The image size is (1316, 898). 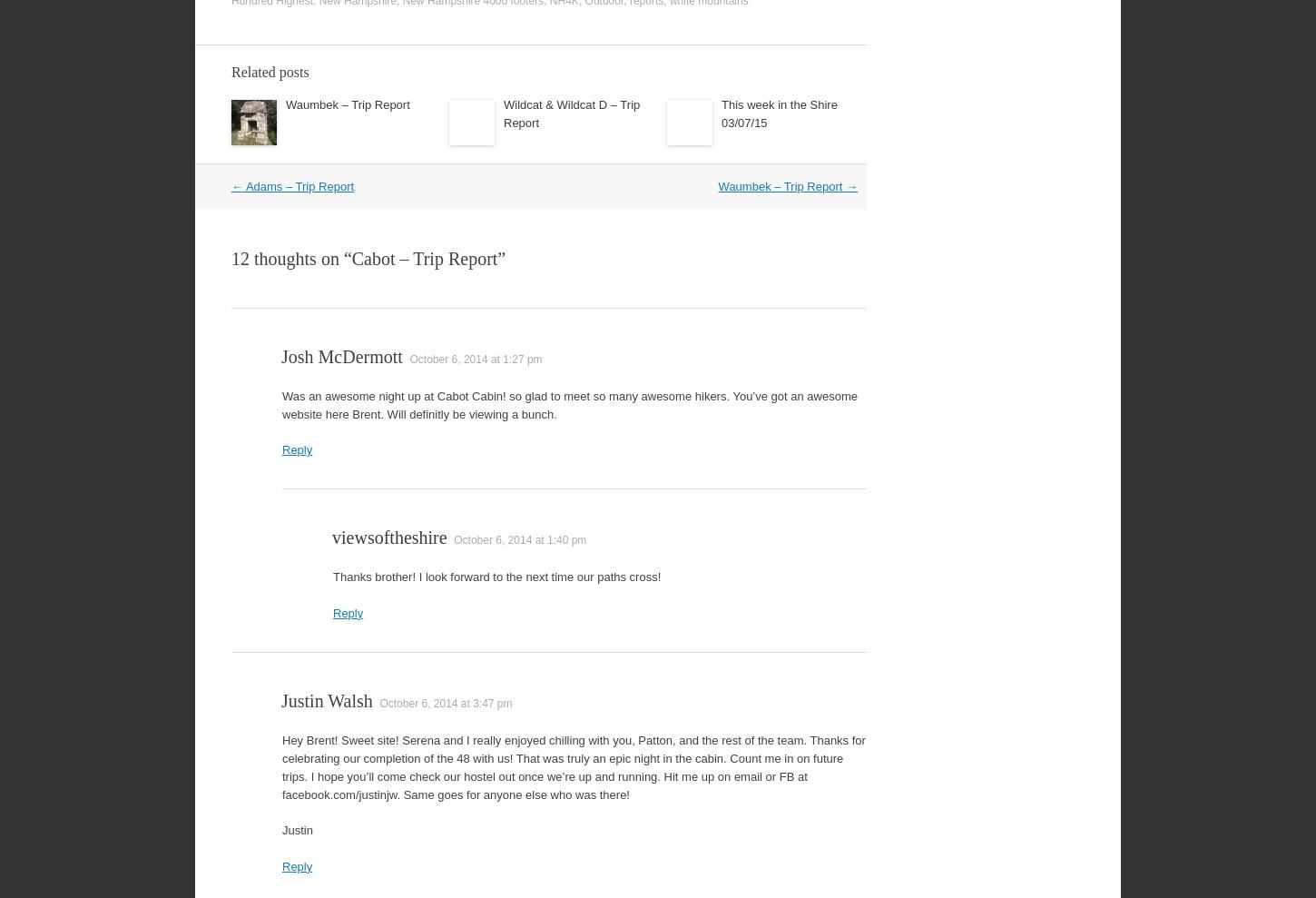 I want to click on 'This week in the Shire 03/07/15', so click(x=778, y=112).